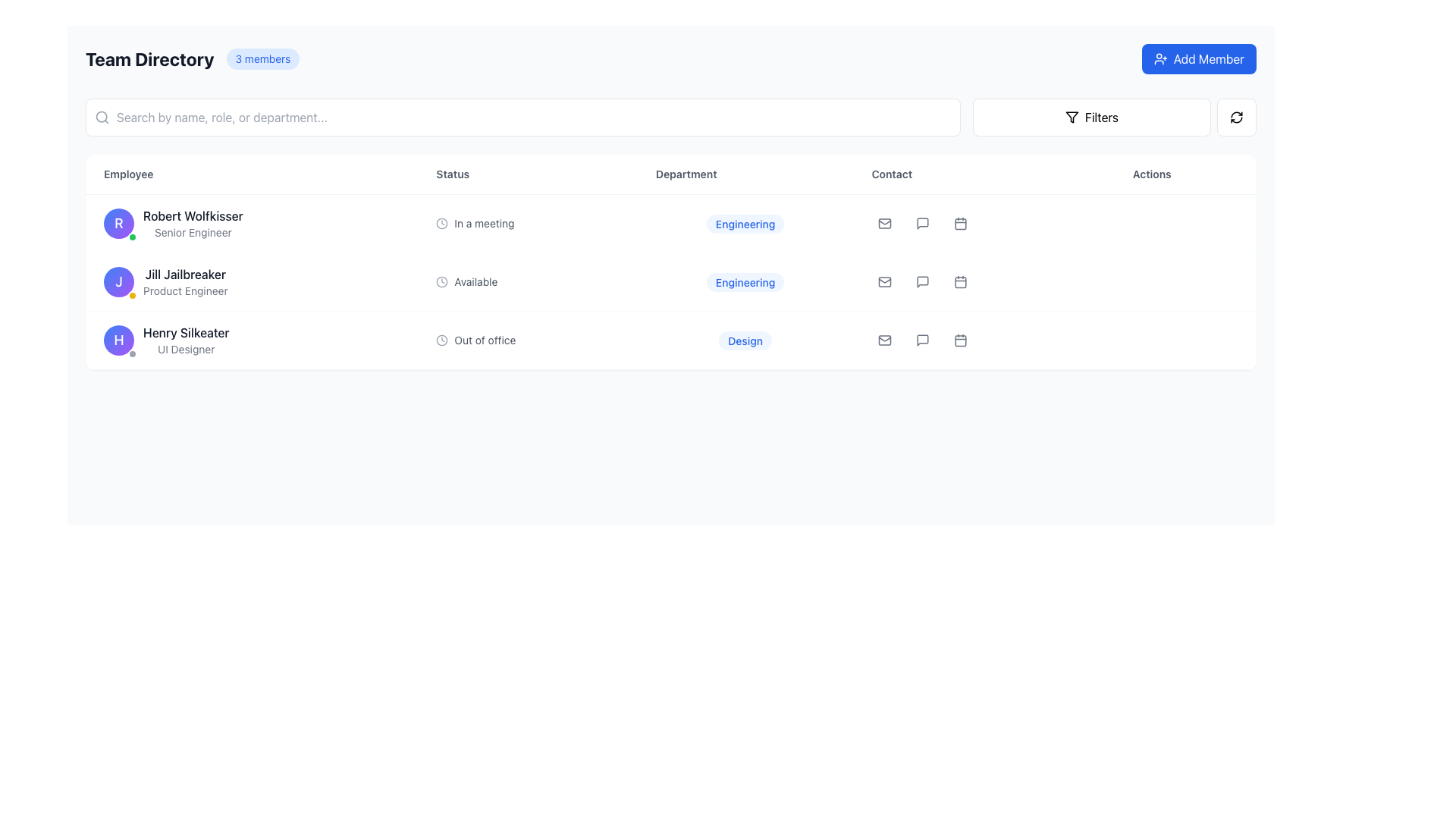 This screenshot has height=819, width=1456. Describe the element at coordinates (670, 339) in the screenshot. I see `the icons for specific actions in the third row of the team directory interface, which includes user information and contact options` at that location.